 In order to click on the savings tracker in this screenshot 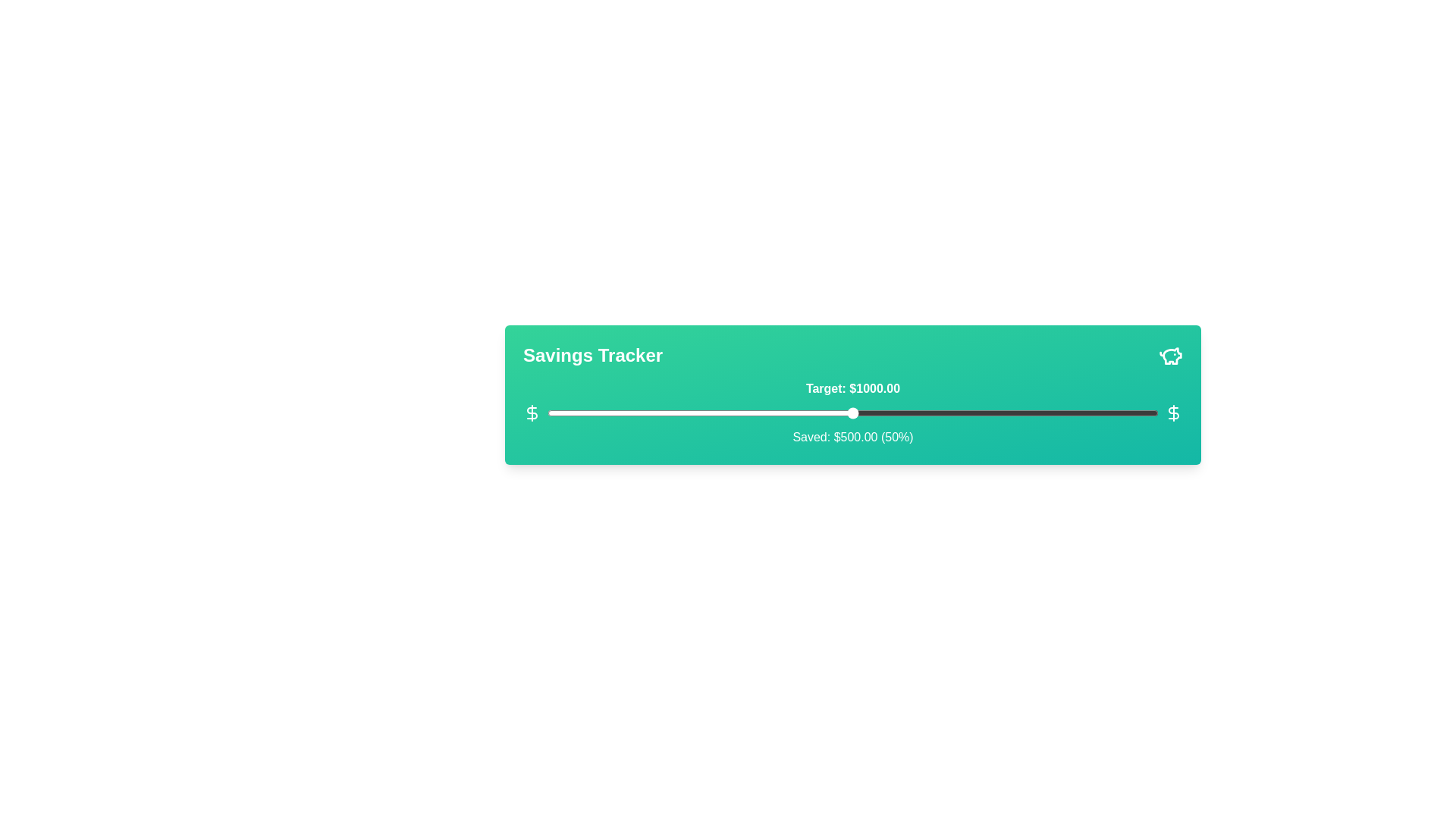, I will do `click(755, 413)`.